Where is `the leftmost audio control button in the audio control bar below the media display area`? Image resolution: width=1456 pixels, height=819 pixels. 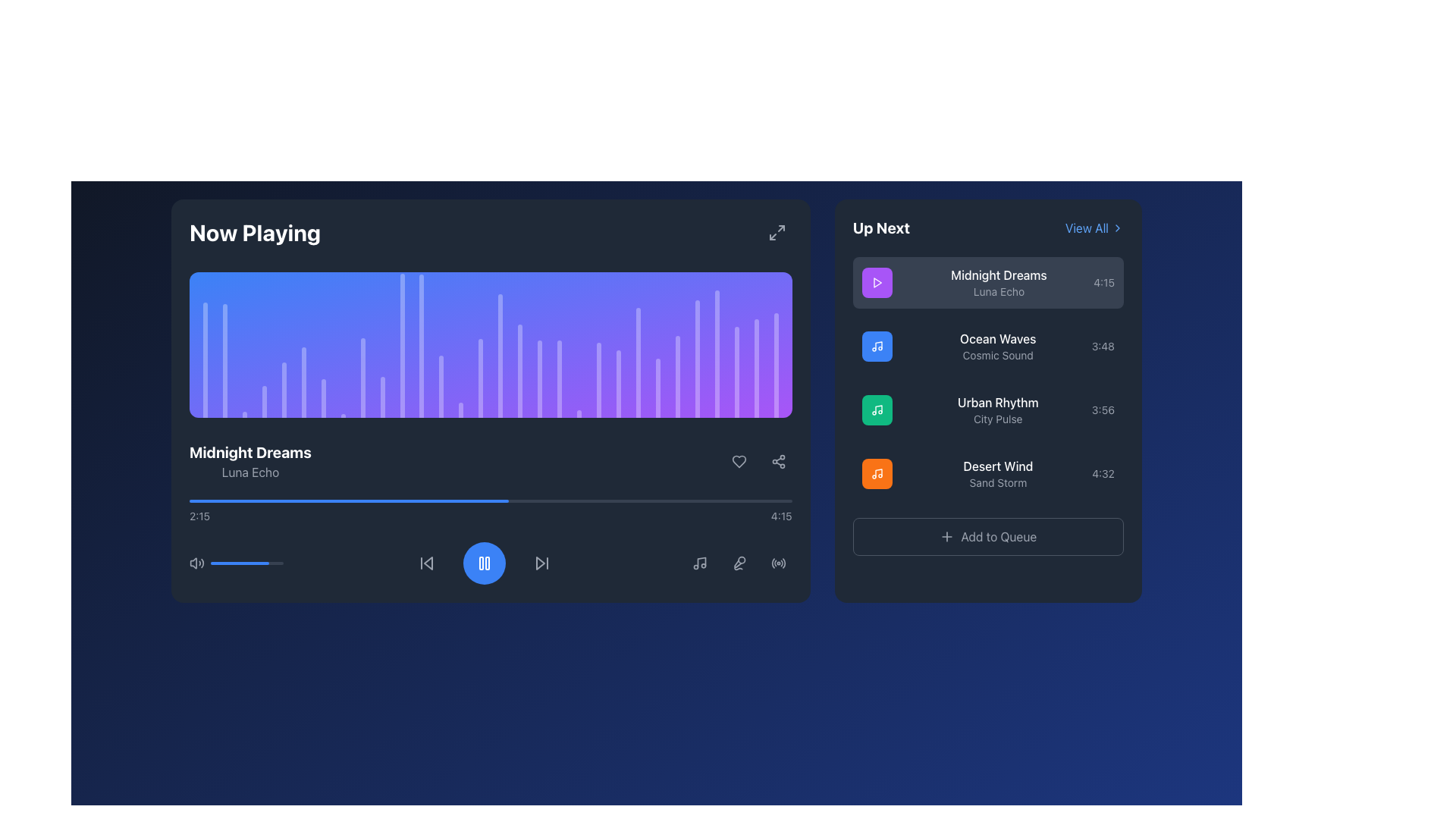 the leftmost audio control button in the audio control bar below the media display area is located at coordinates (192, 563).